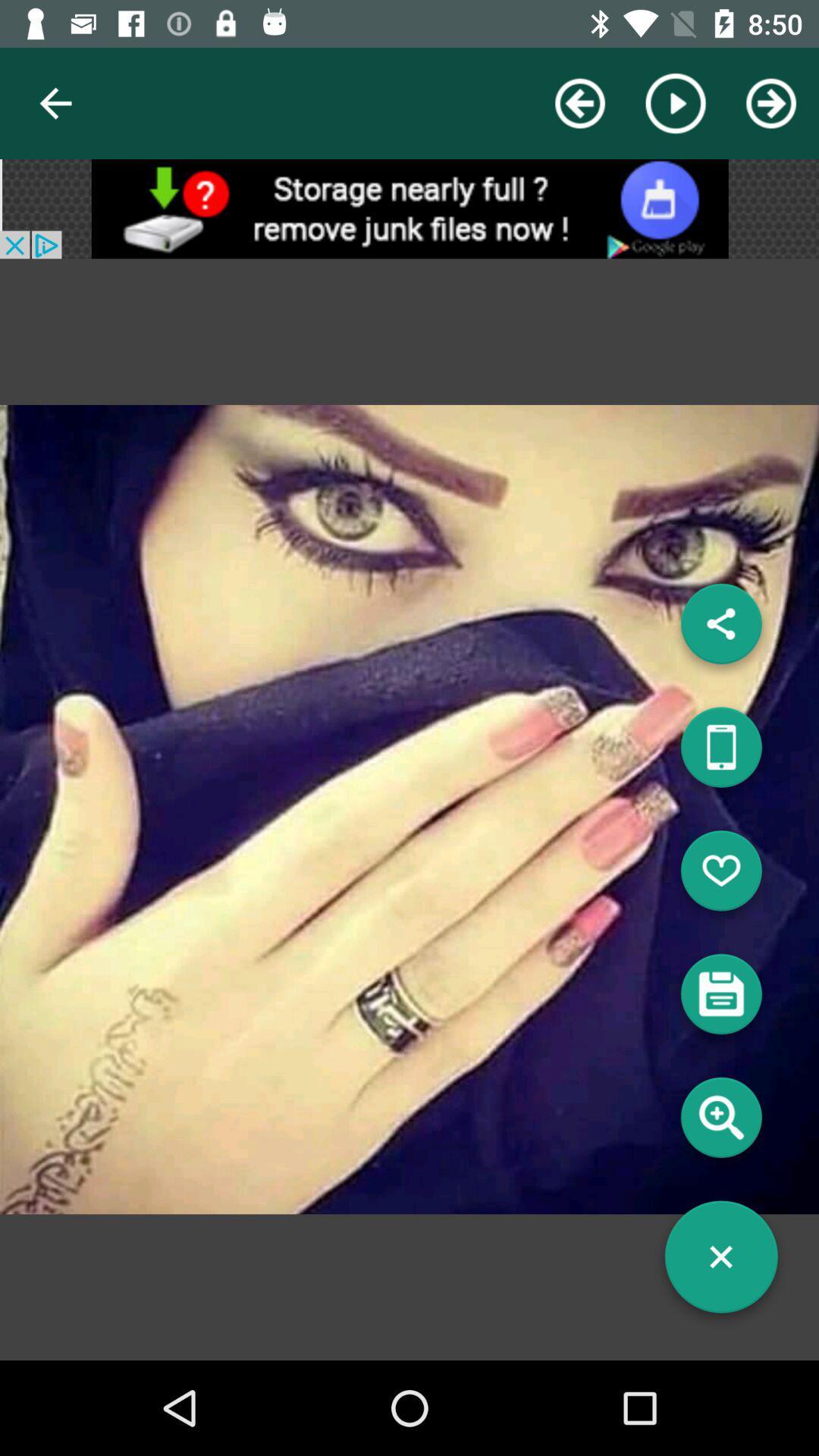 Image resolution: width=819 pixels, height=1456 pixels. Describe the element at coordinates (720, 1263) in the screenshot. I see `the close icon` at that location.